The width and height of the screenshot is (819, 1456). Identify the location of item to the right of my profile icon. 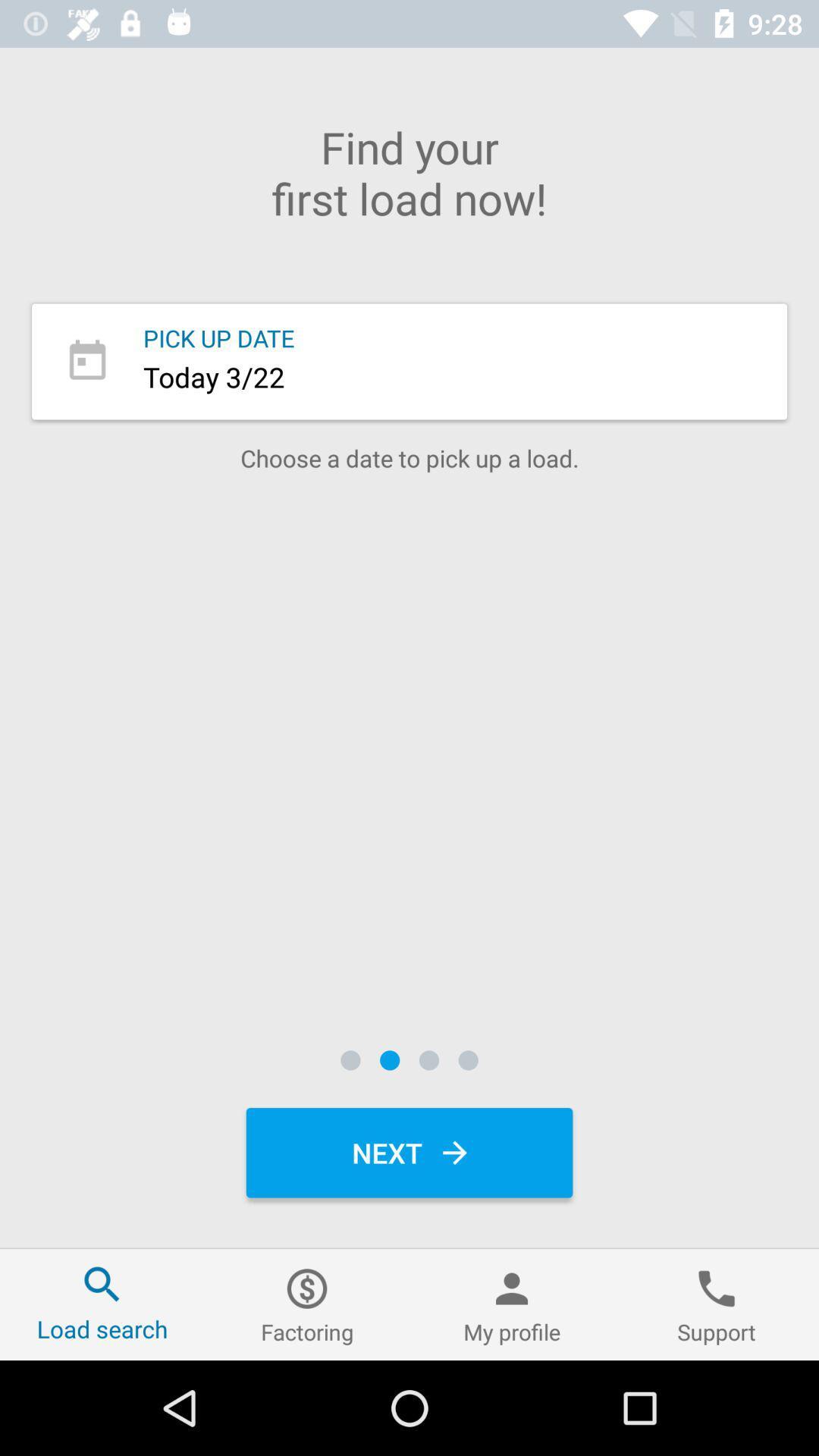
(717, 1304).